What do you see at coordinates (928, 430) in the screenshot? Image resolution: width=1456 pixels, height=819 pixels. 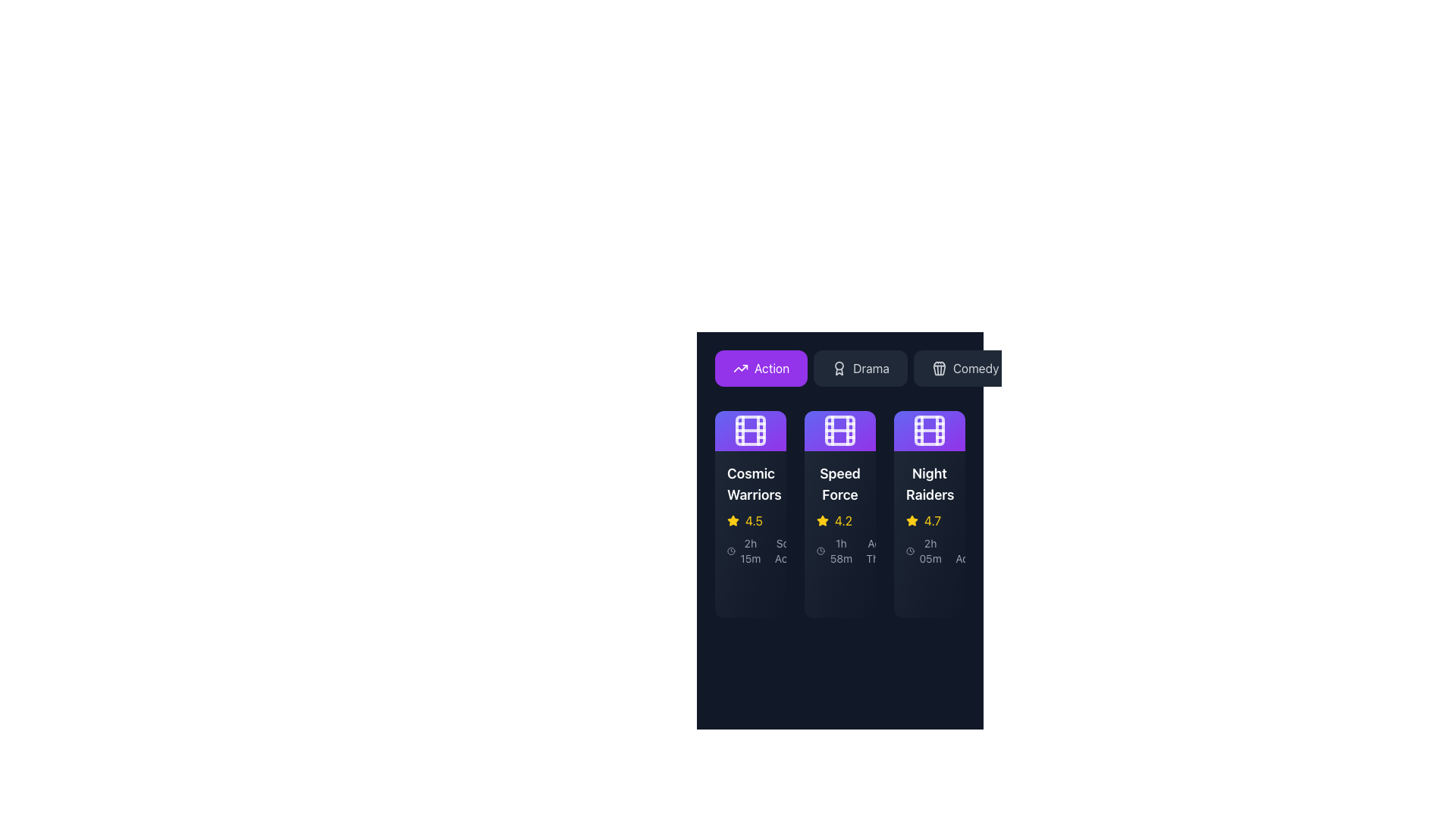 I see `the visual style of the film reel icon centered in the card labeled 'Night Raiders', which is the third card from the left in a row of movie options` at bounding box center [928, 430].